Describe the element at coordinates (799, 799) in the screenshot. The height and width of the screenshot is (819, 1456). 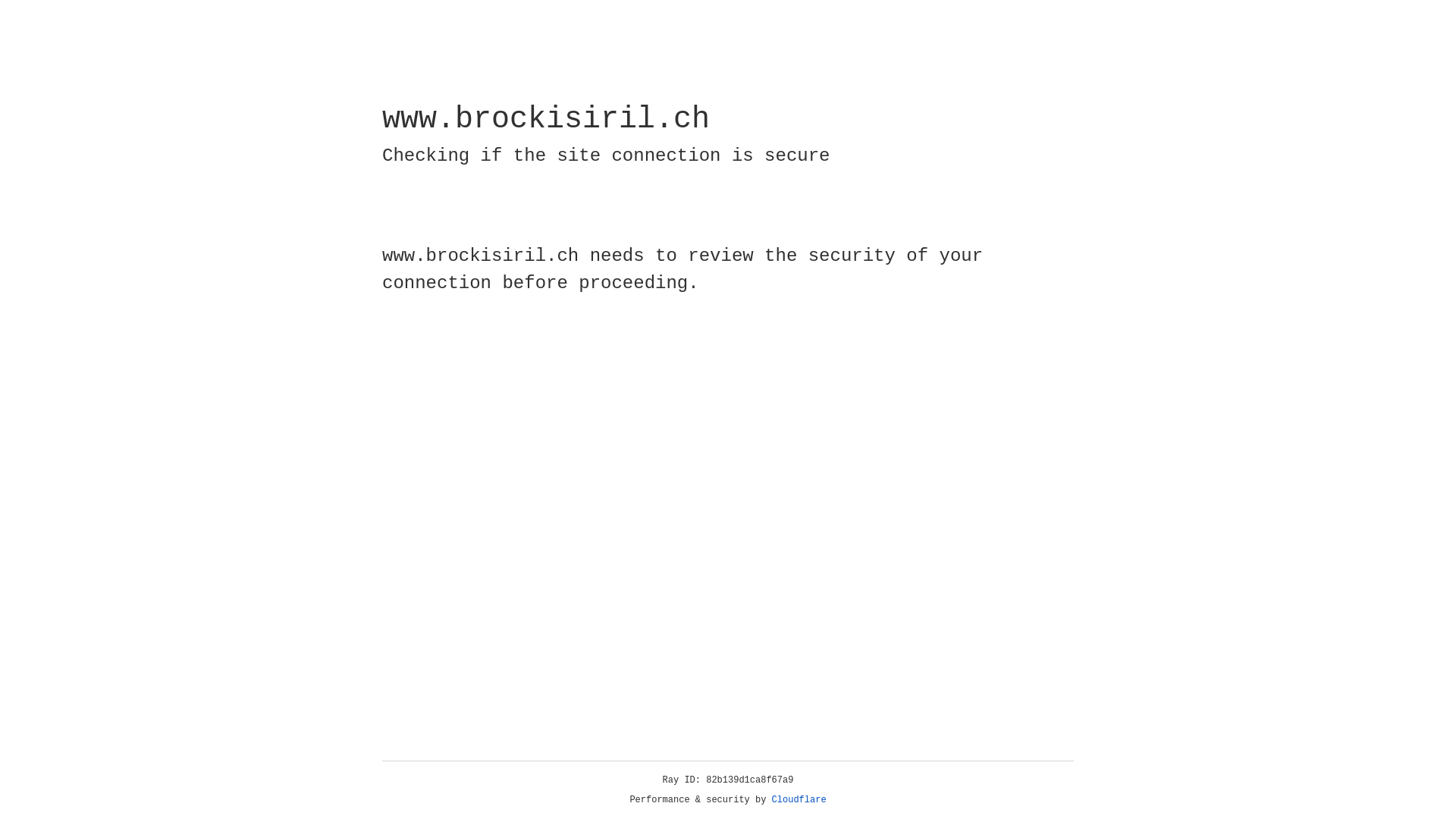
I see `'Cloudflare'` at that location.